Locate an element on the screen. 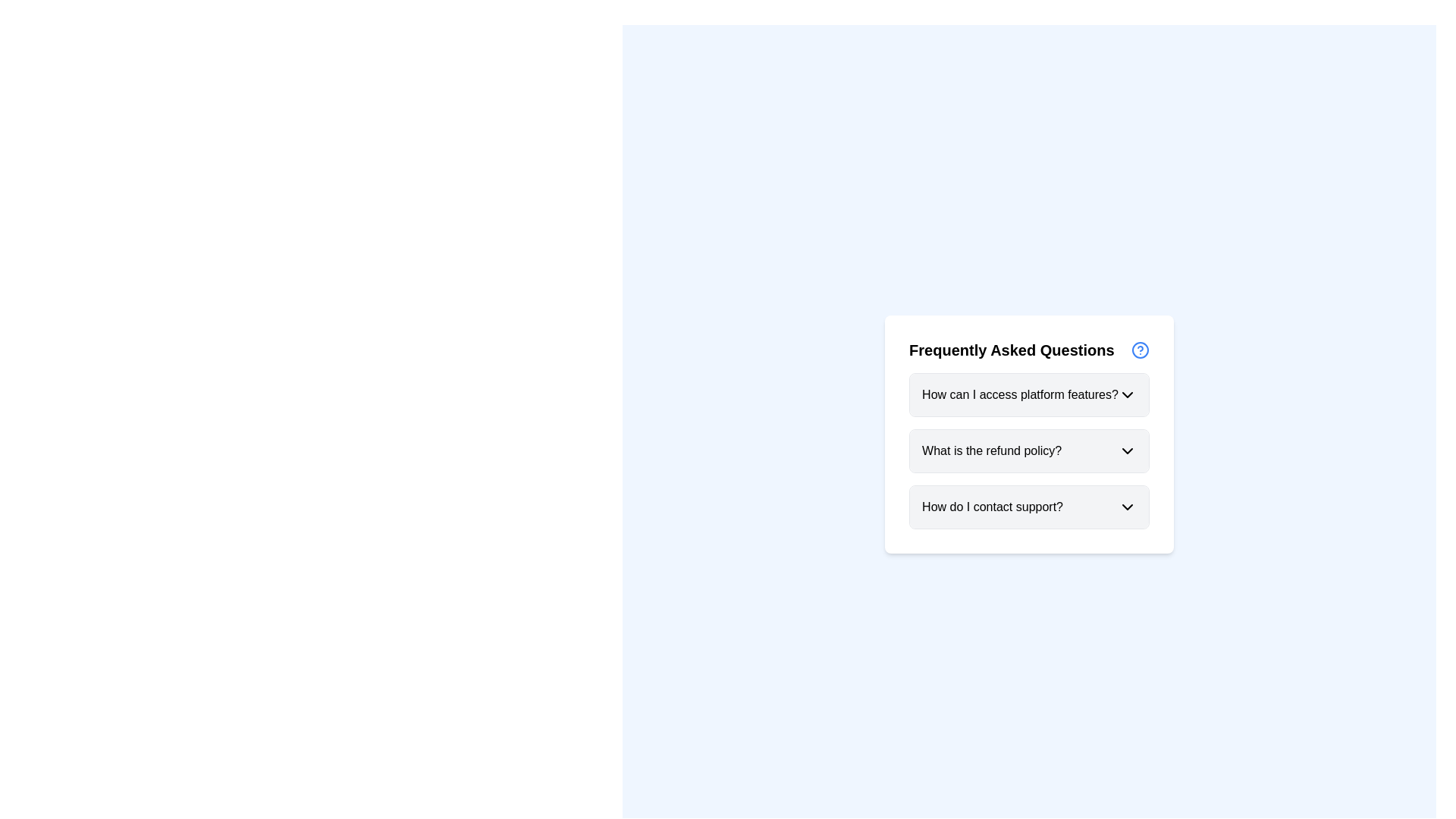 Image resolution: width=1456 pixels, height=819 pixels. the text label displaying the question 'How can I access platform features?' to trigger a tooltip is located at coordinates (1020, 394).